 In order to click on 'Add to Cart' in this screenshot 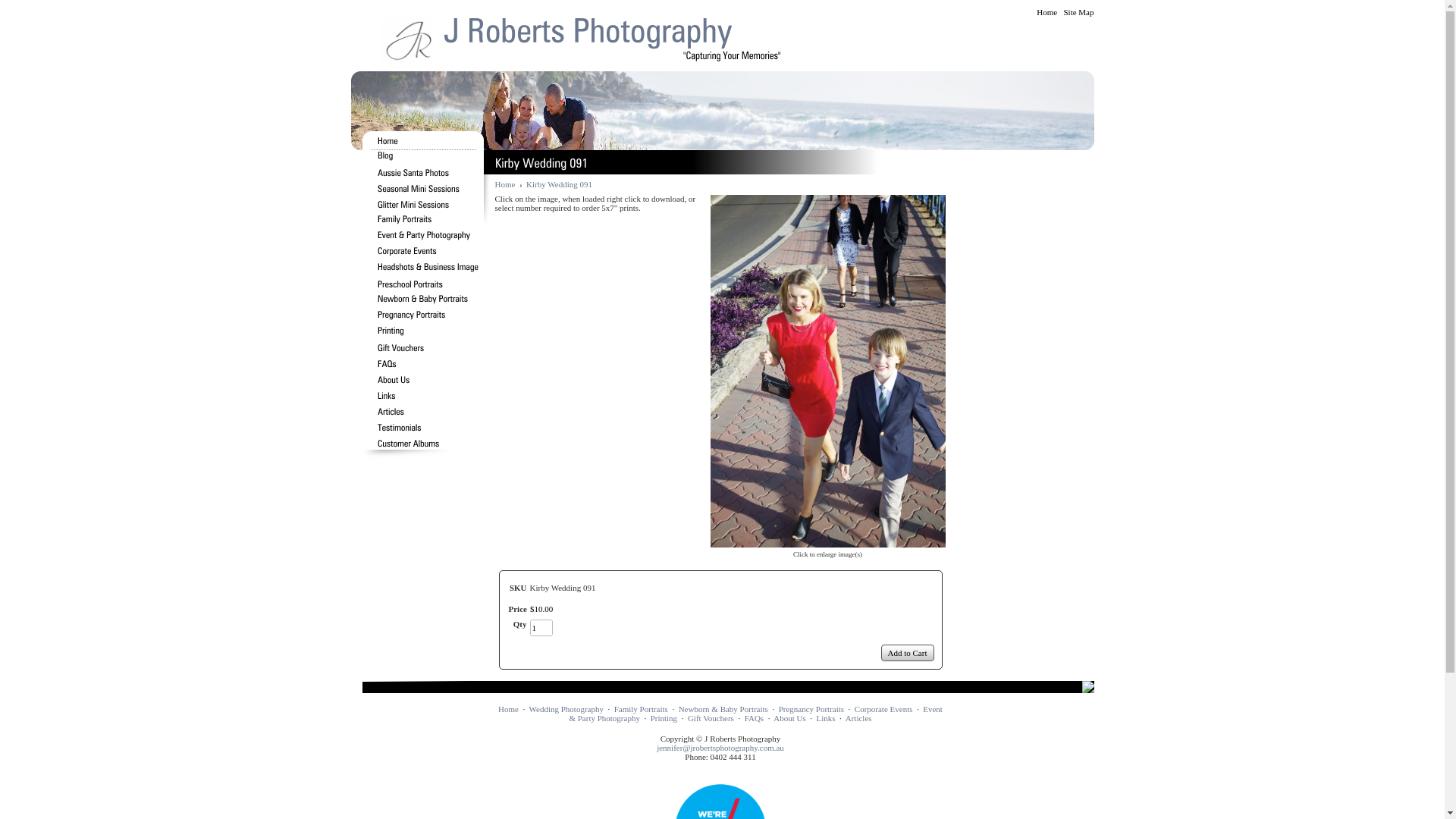, I will do `click(907, 651)`.